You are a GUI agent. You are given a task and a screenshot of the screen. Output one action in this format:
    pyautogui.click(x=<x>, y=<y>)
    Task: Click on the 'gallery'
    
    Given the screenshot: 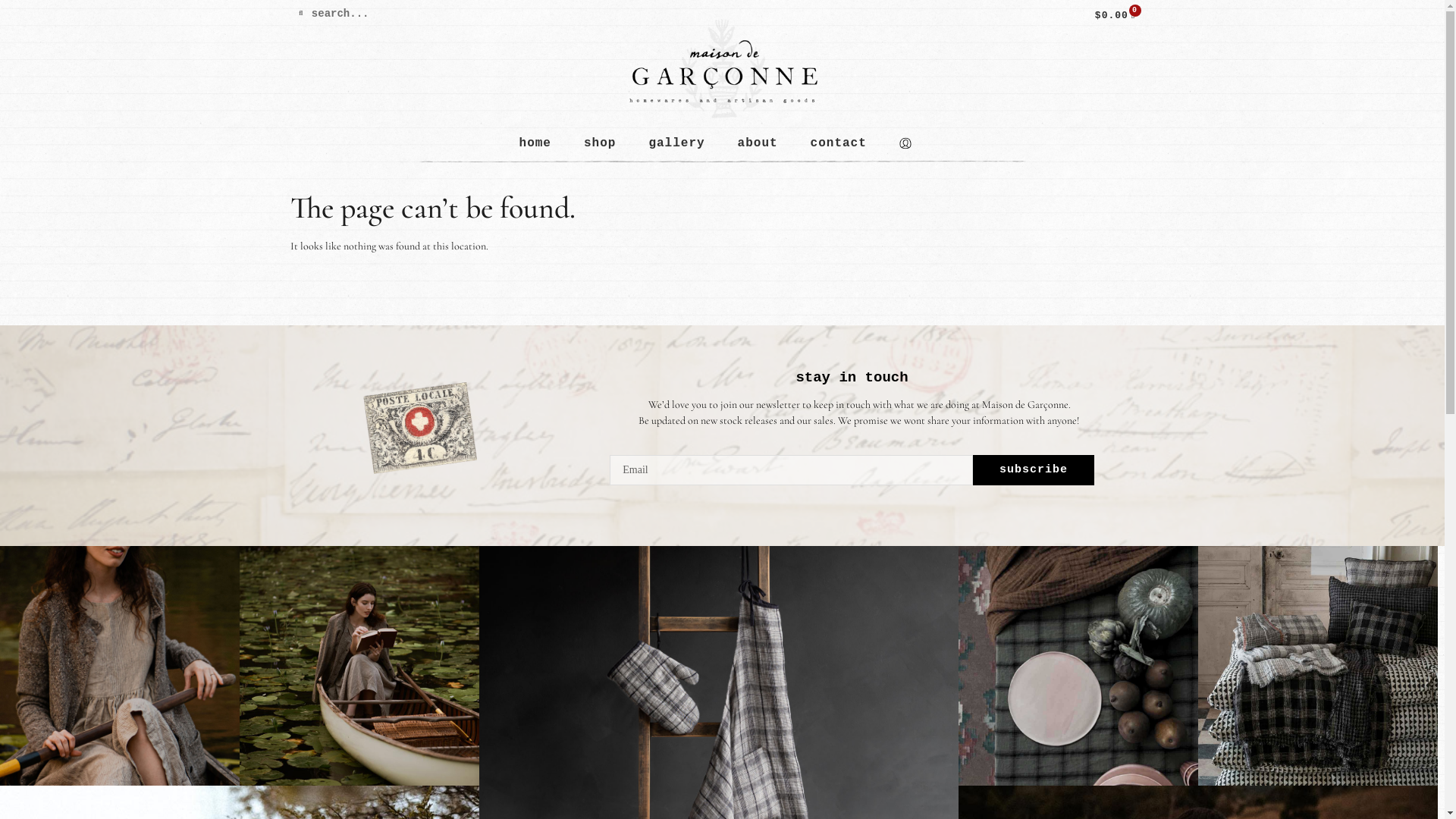 What is the action you would take?
    pyautogui.click(x=648, y=143)
    